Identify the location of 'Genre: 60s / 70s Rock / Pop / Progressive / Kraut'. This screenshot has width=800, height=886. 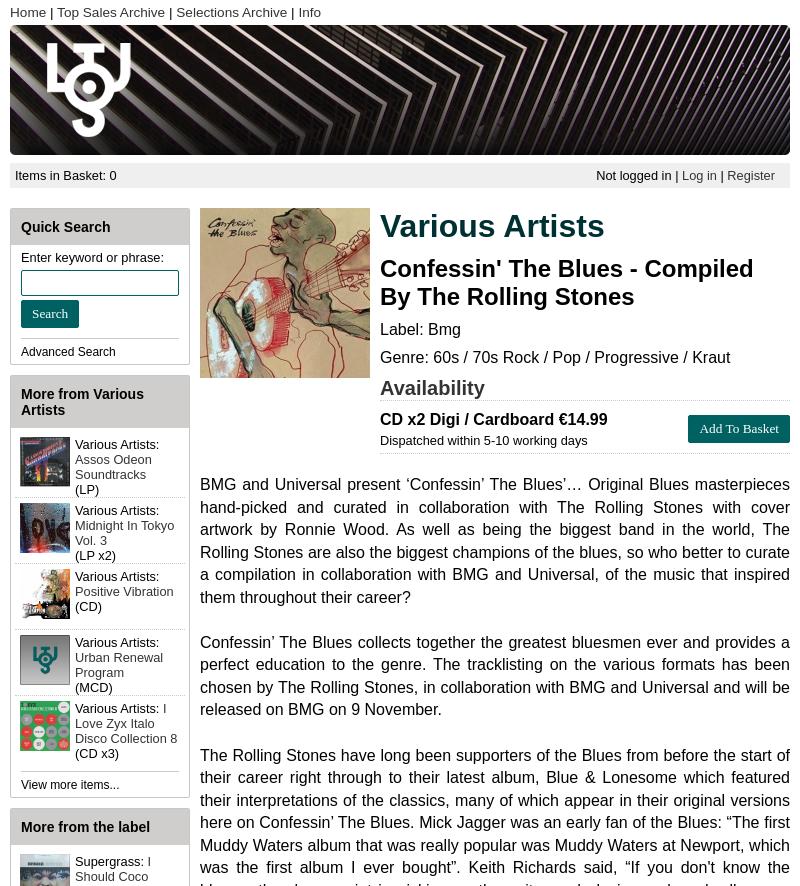
(554, 357).